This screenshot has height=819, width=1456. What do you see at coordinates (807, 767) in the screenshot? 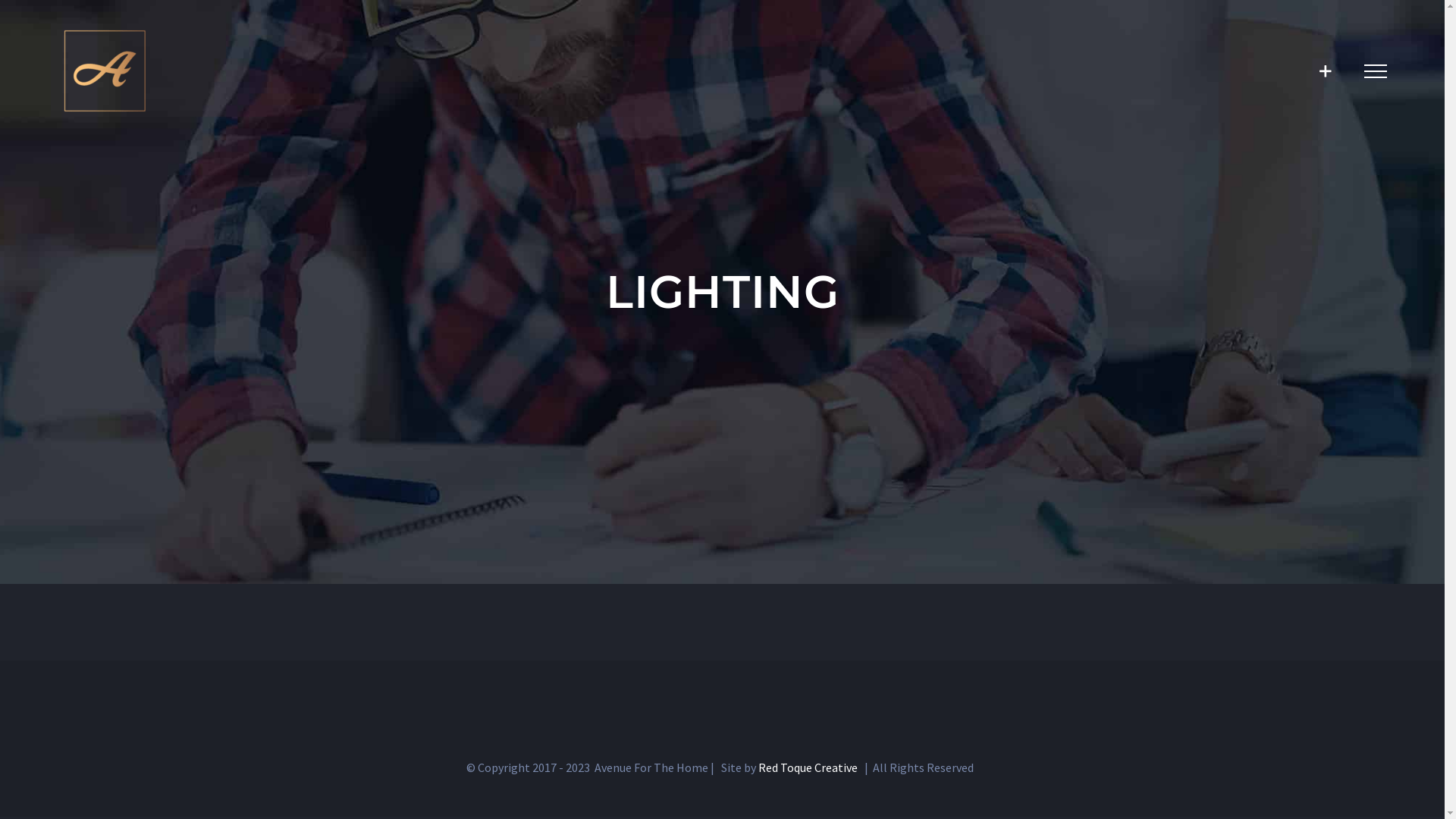
I see `'Red Toque Creative'` at bounding box center [807, 767].